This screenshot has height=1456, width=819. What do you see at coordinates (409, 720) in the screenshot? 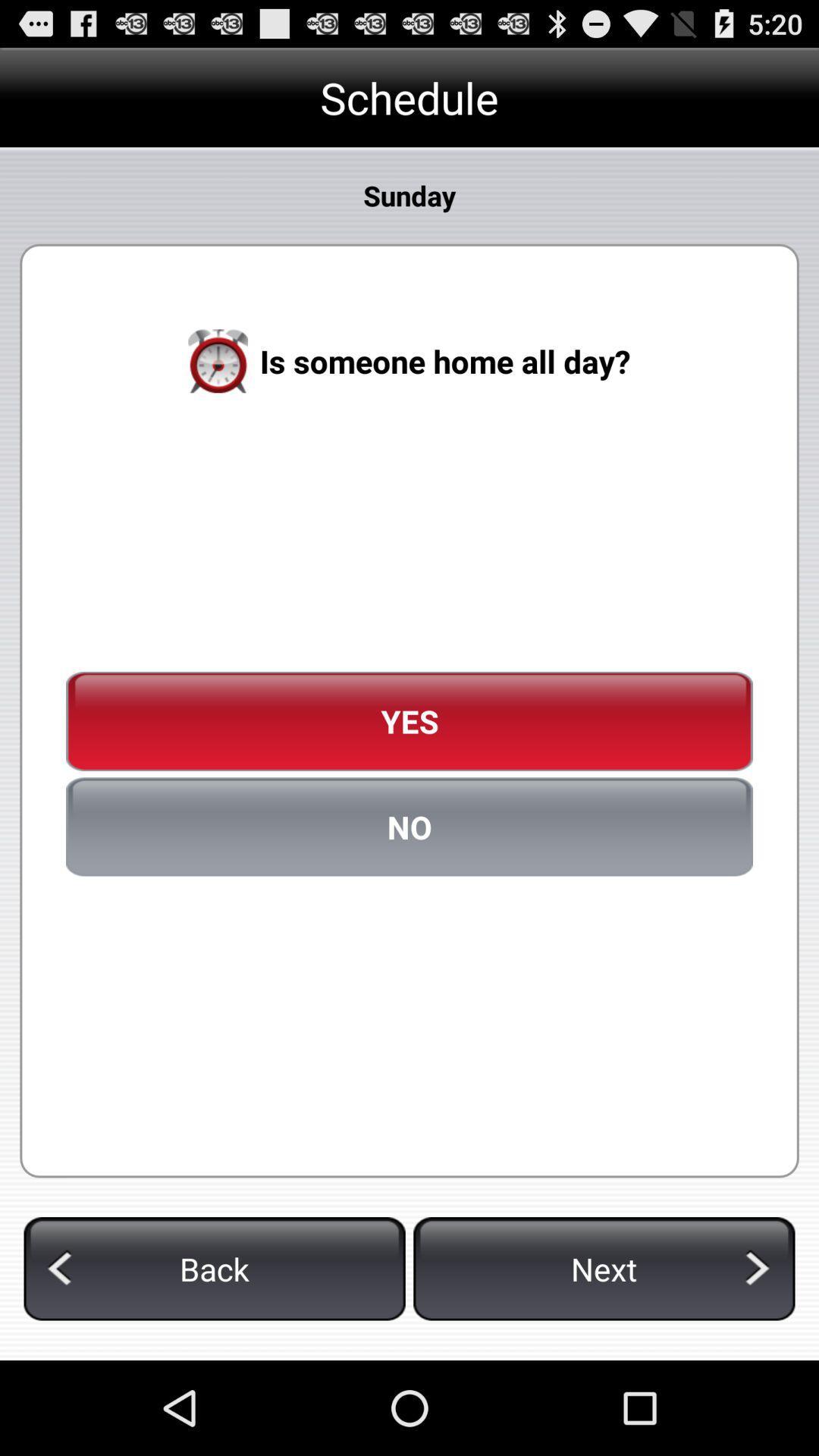
I see `the icon above no icon` at bounding box center [409, 720].